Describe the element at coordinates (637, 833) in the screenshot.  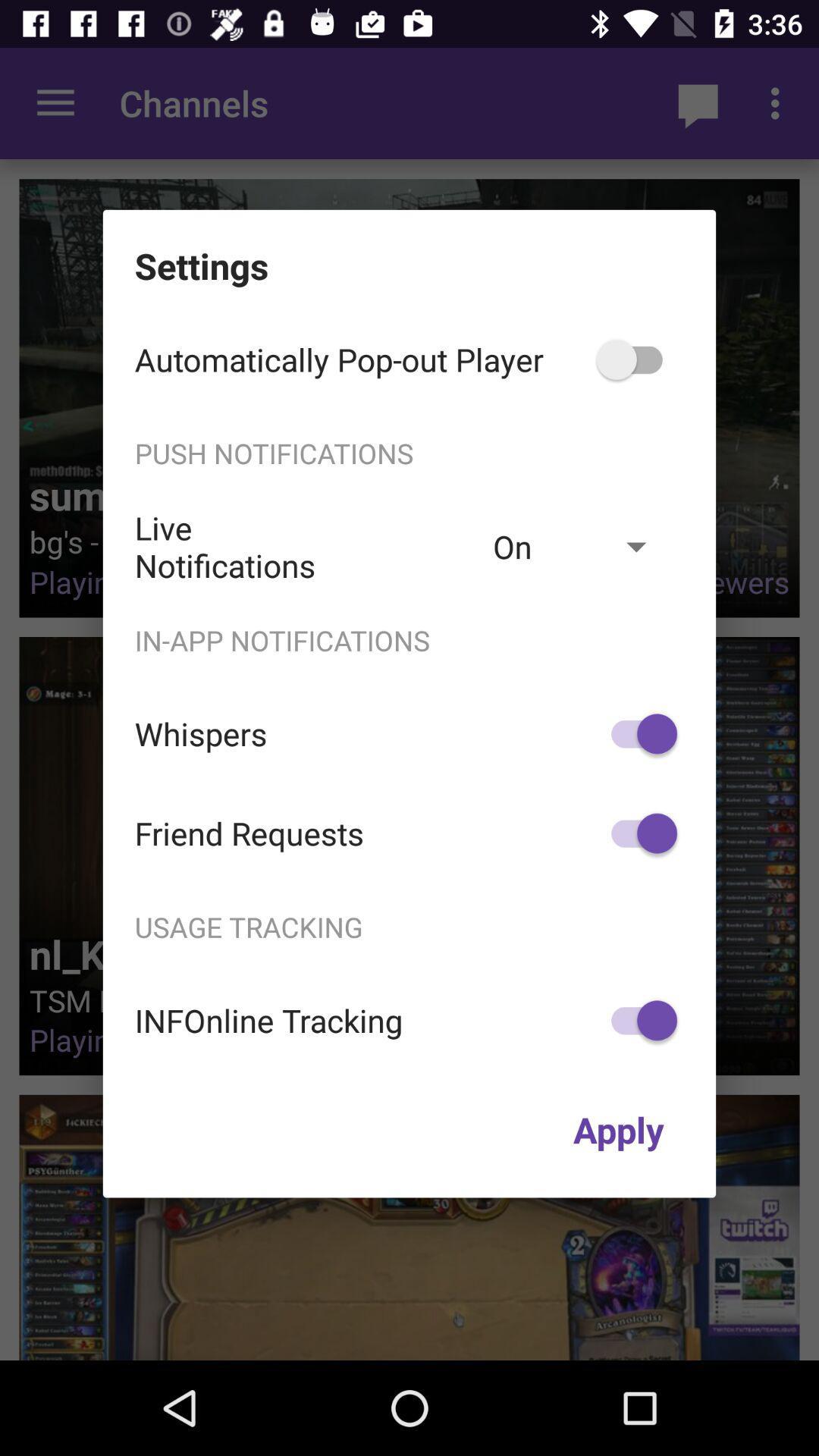
I see `the item above the usage tracking` at that location.